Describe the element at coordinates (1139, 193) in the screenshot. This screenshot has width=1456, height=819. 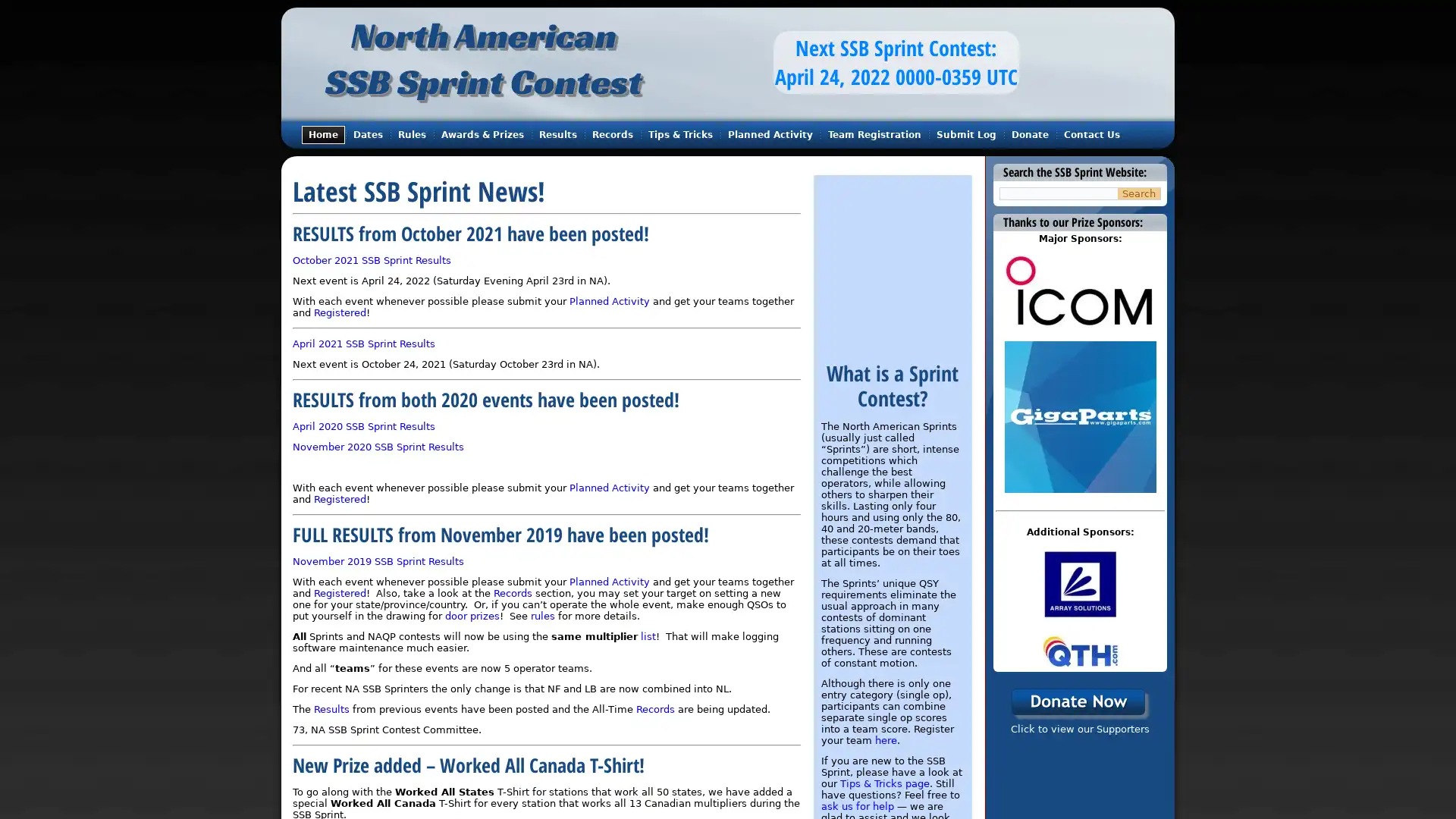
I see `Search` at that location.